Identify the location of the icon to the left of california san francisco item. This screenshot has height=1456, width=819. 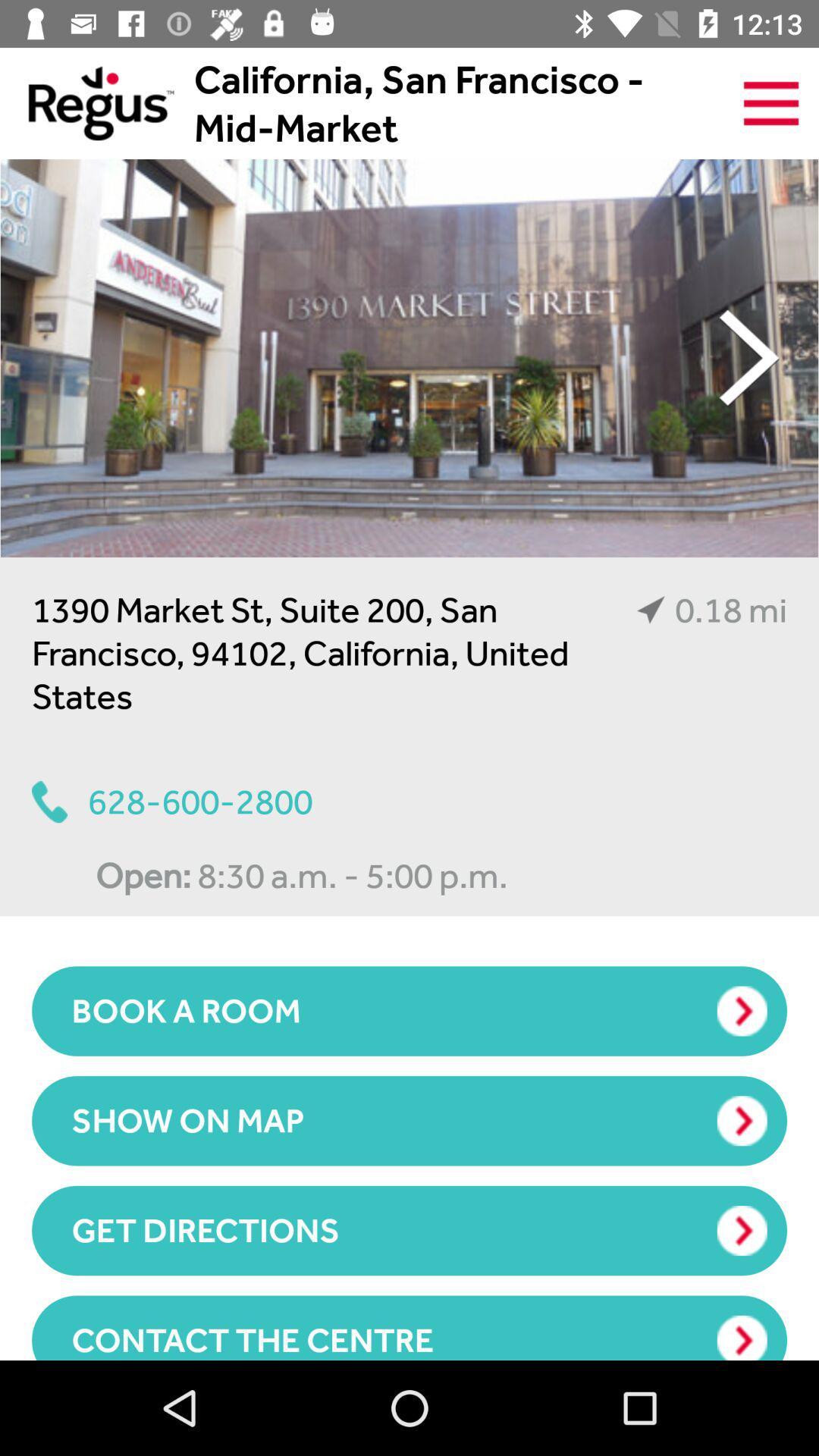
(86, 102).